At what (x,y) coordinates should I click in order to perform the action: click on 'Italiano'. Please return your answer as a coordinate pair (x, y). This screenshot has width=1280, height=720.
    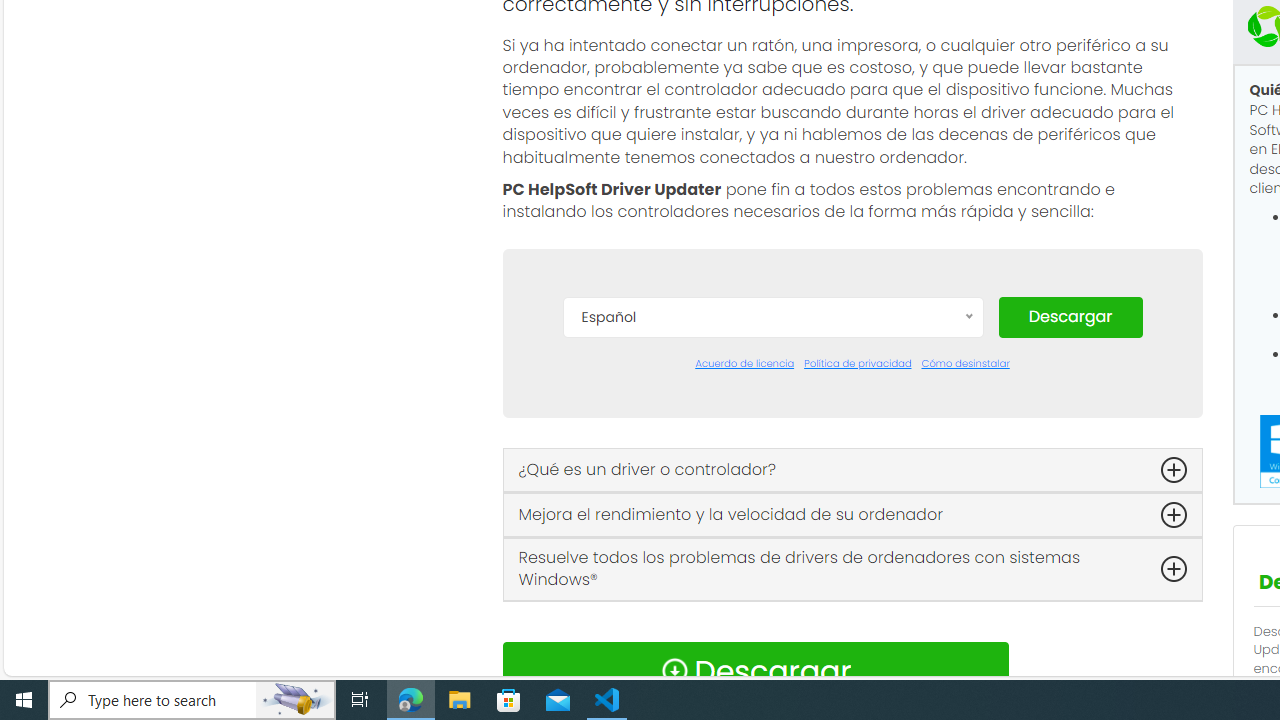
    Looking at the image, I should click on (771, 591).